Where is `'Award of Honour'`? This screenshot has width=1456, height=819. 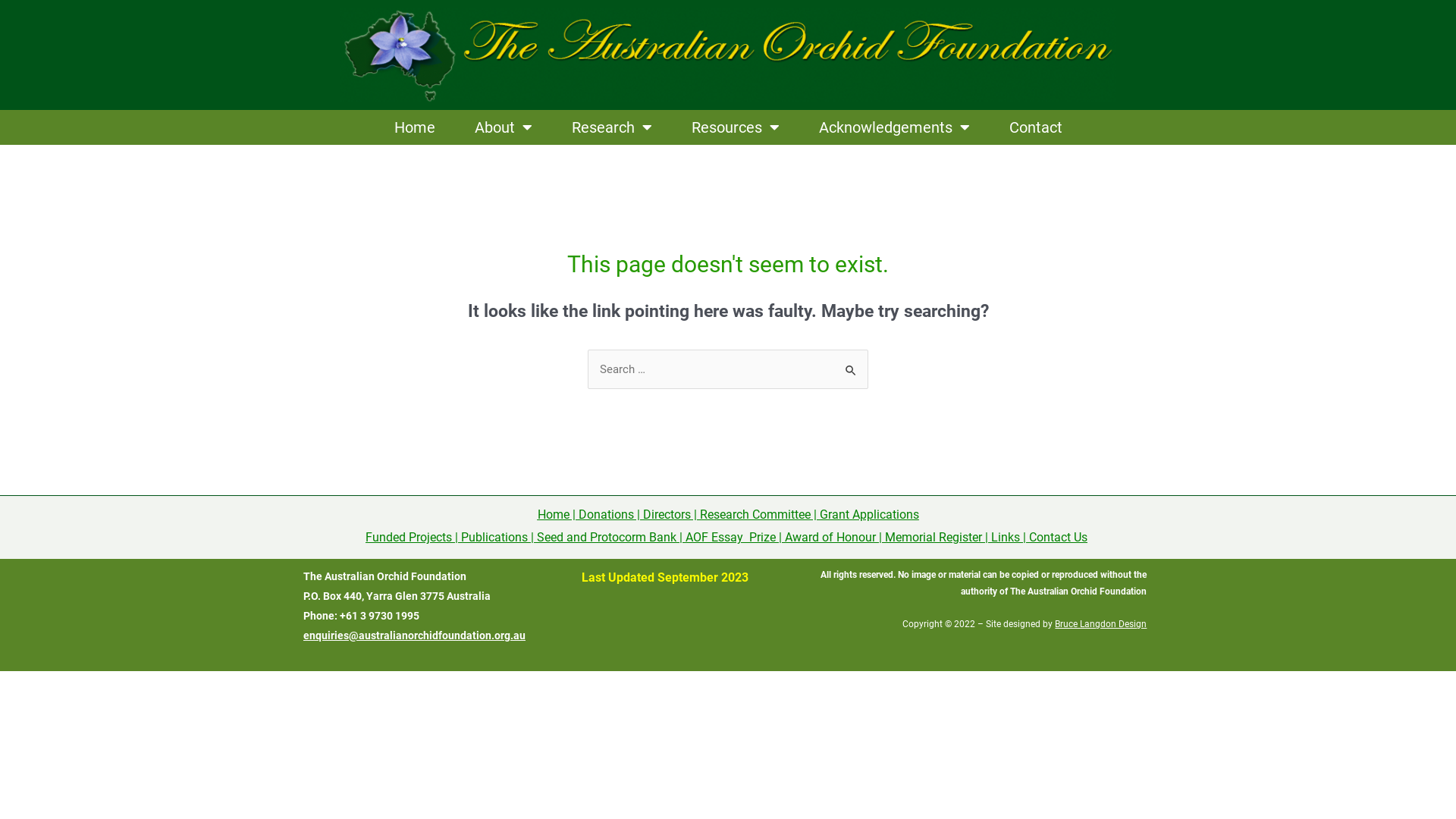 'Award of Honour' is located at coordinates (829, 536).